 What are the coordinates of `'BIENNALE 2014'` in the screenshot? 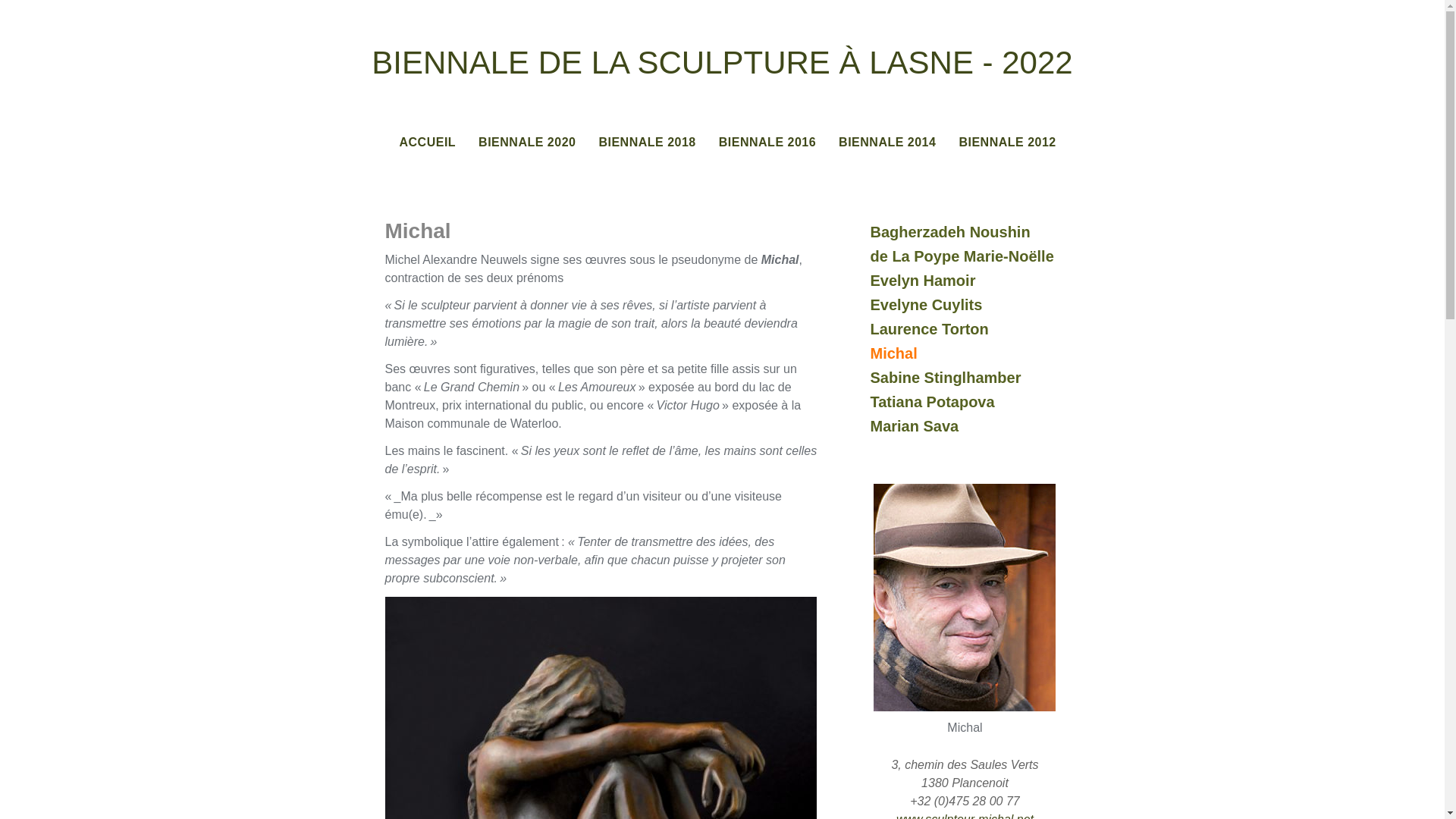 It's located at (887, 143).